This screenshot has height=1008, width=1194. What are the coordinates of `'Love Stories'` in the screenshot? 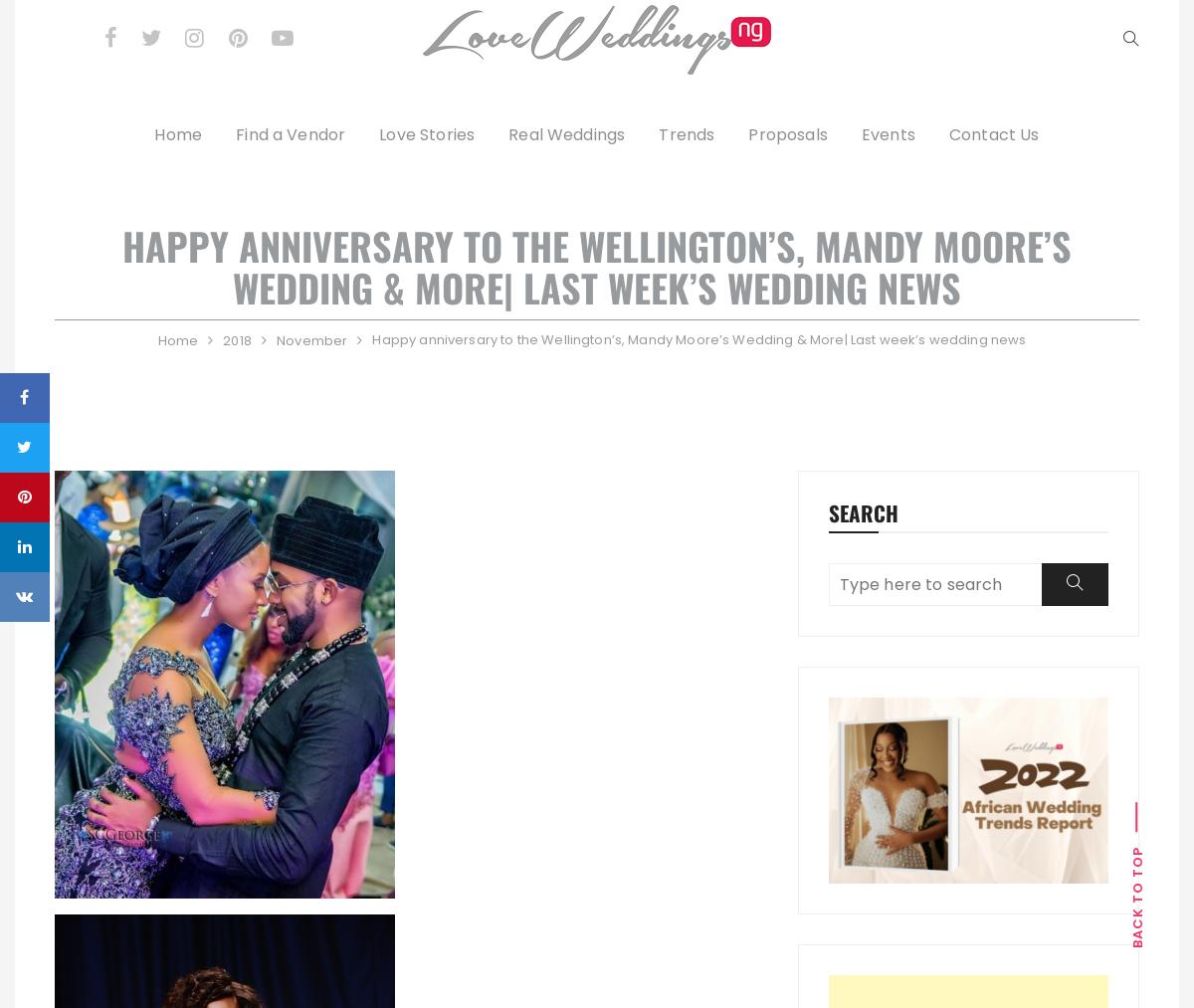 It's located at (379, 134).